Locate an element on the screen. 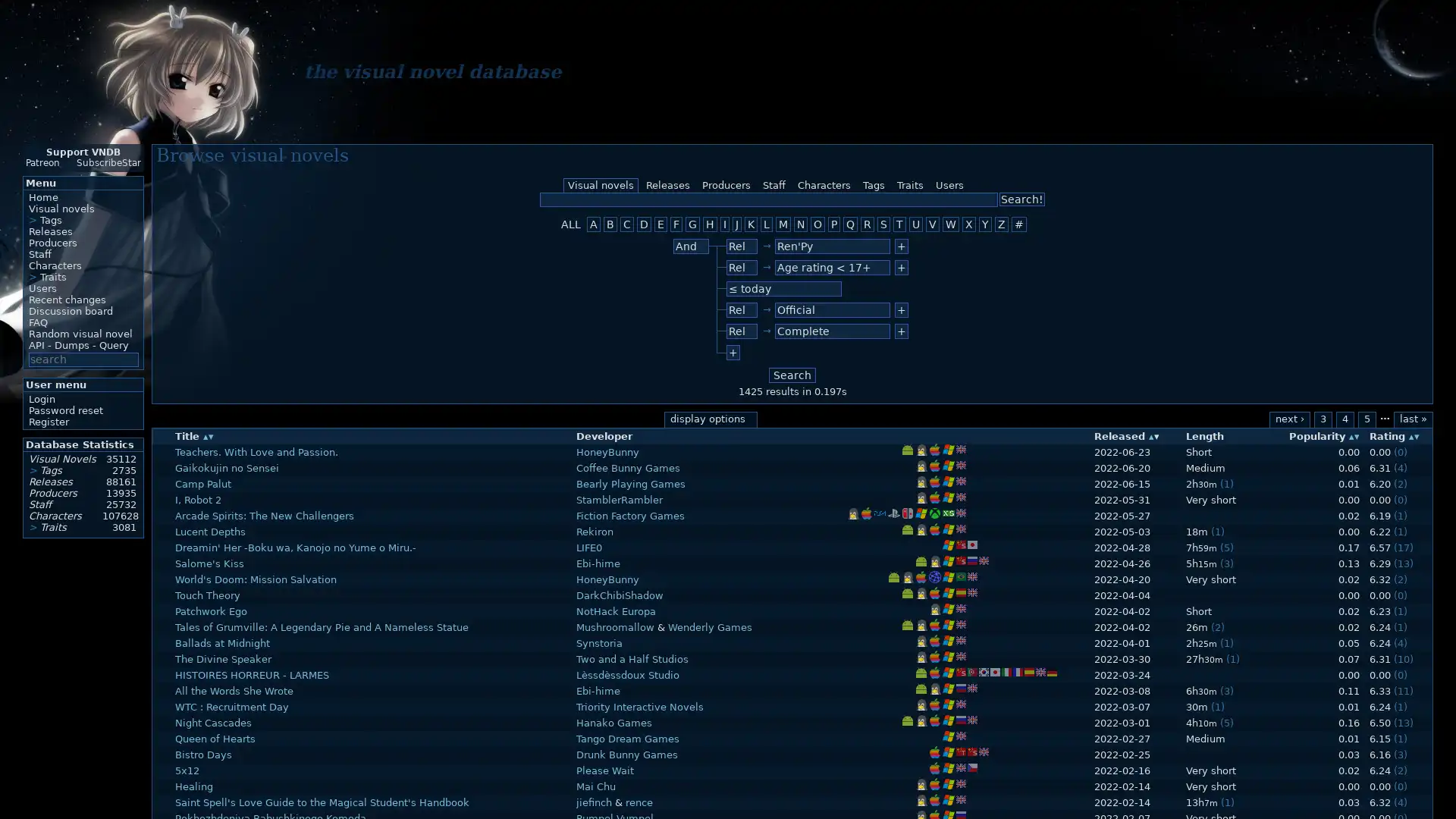 This screenshot has height=819, width=1456. V is located at coordinates (931, 224).